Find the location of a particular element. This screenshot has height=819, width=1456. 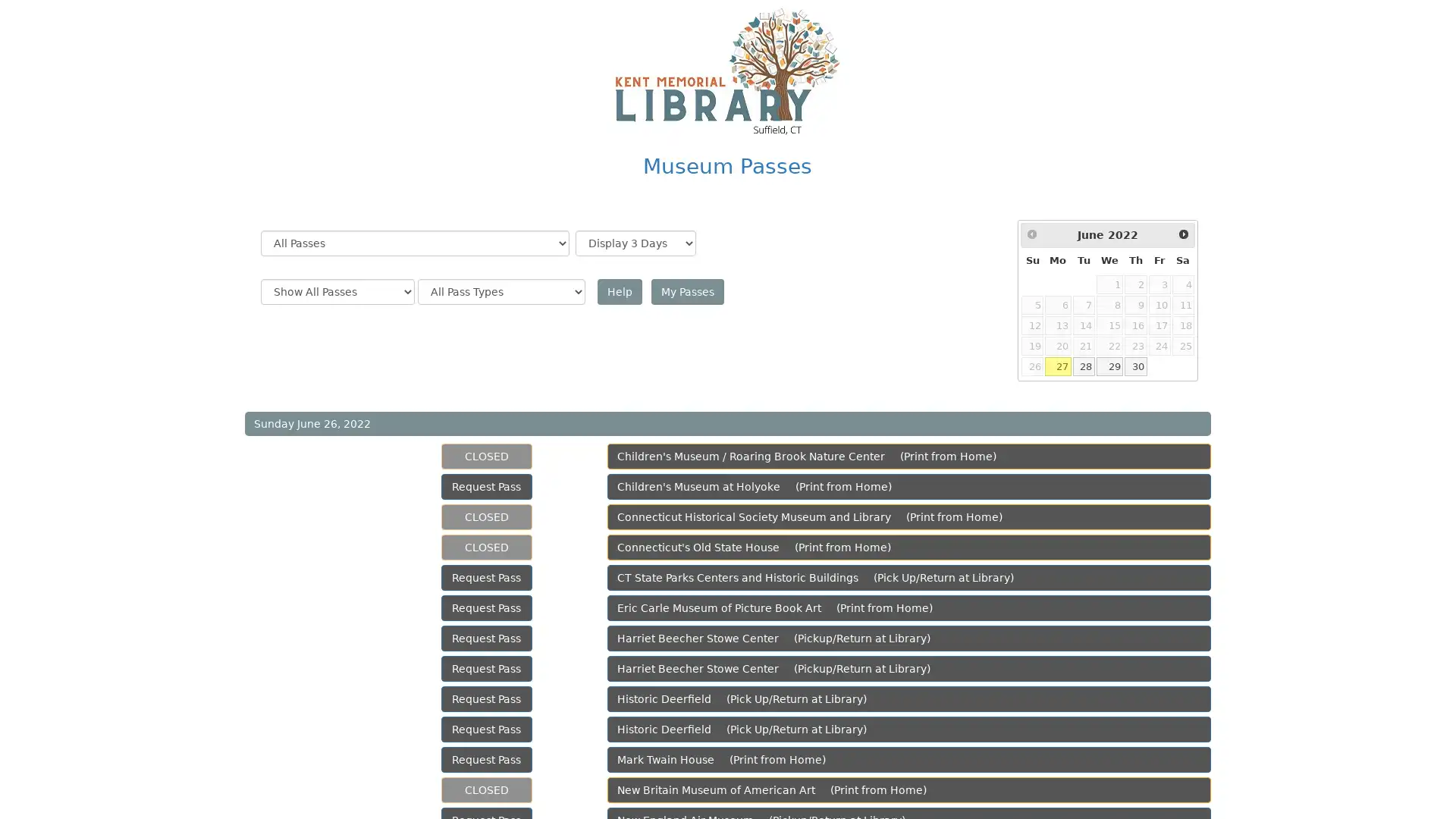

CLOSED is located at coordinates (486, 455).